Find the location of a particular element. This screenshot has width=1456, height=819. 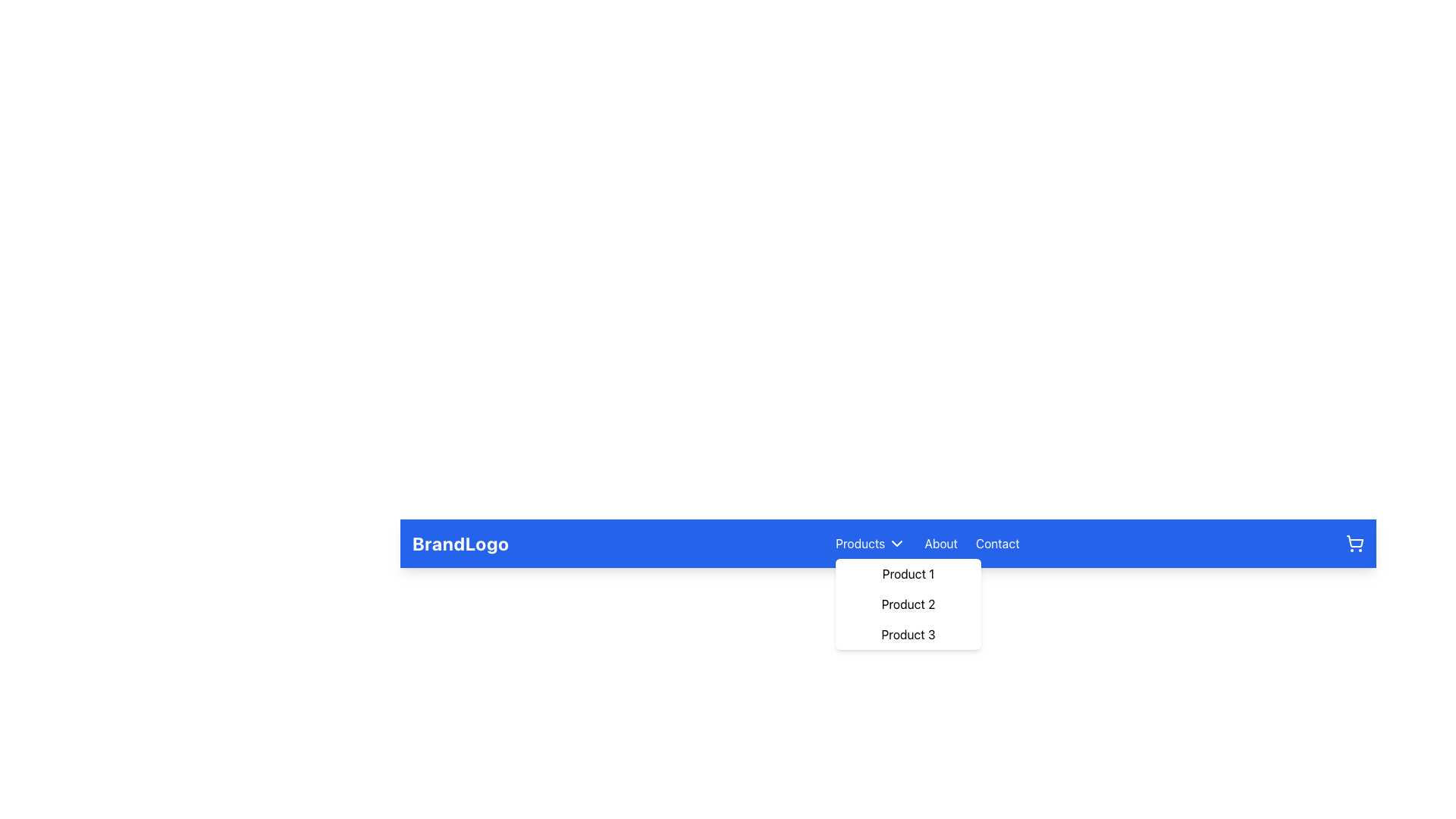

the dropdown list item labeled 'Product 2' to activate its hover styling effect is located at coordinates (908, 604).